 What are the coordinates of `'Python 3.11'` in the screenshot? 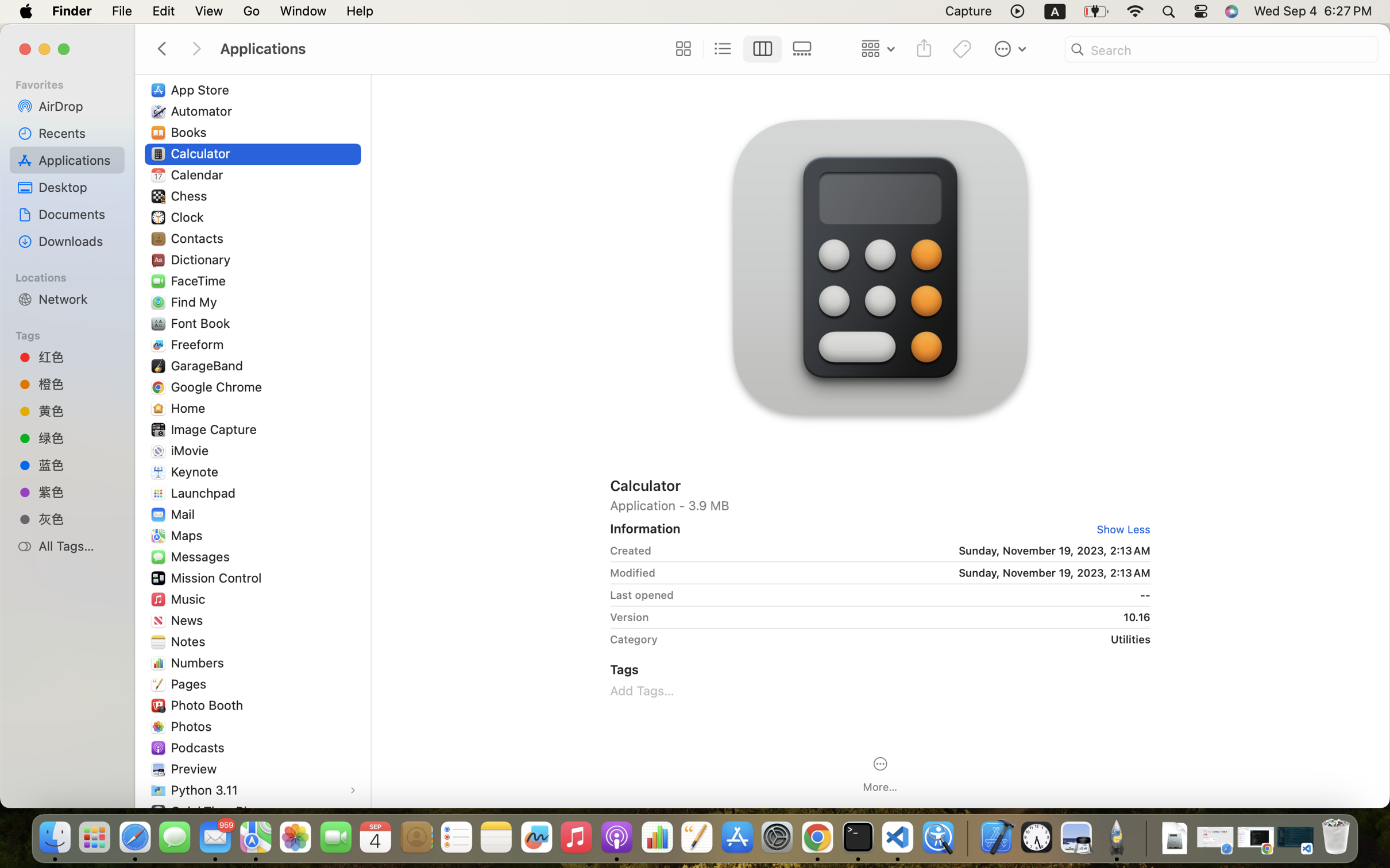 It's located at (206, 789).